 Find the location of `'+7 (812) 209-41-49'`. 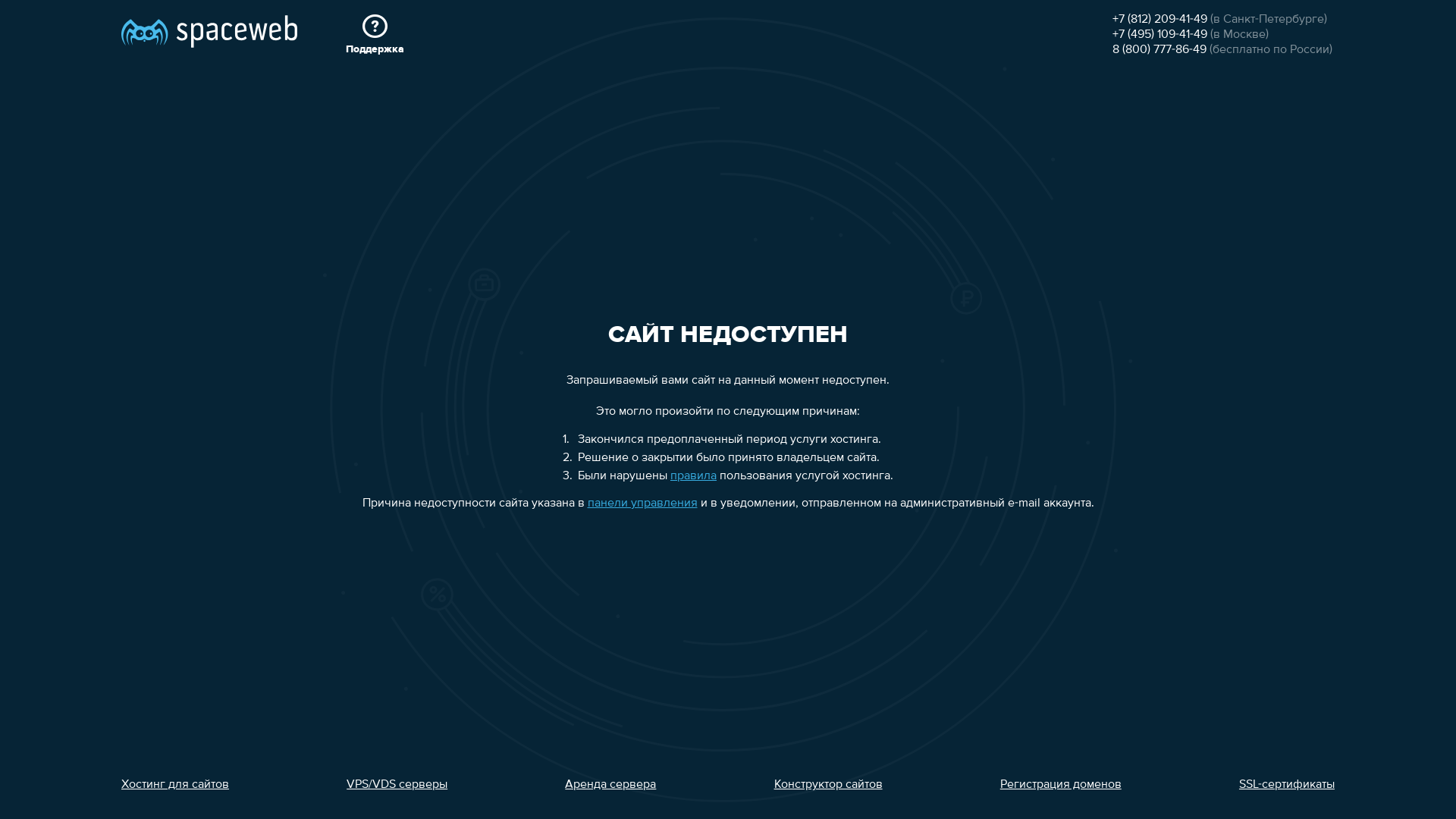

'+7 (812) 209-41-49' is located at coordinates (1112, 20).